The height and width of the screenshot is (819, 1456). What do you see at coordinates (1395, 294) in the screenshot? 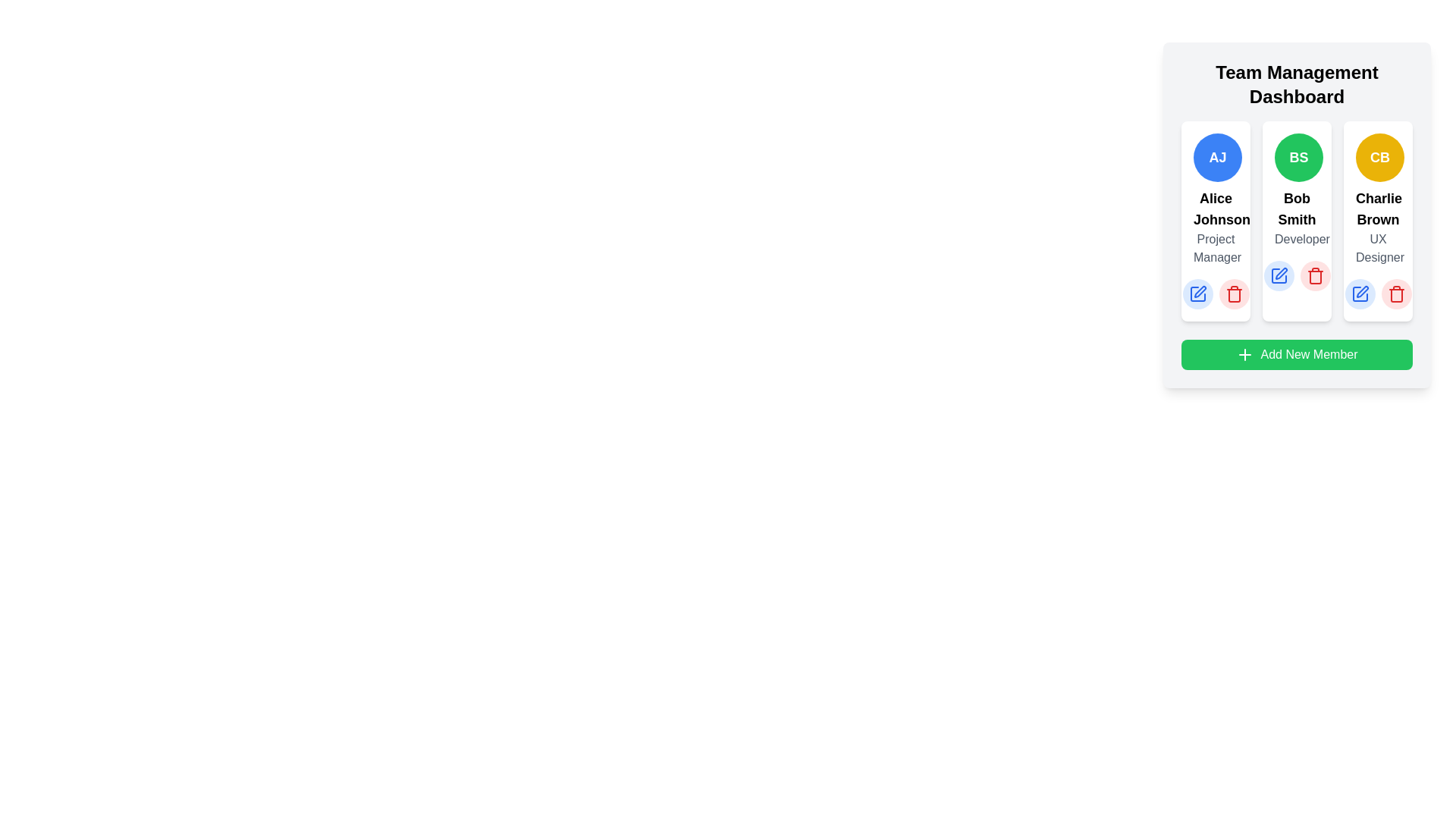
I see `the red circular button with a trash icon, located to the right of the blue edit button associated with 'Charlie Brown, UX Designer'` at bounding box center [1395, 294].